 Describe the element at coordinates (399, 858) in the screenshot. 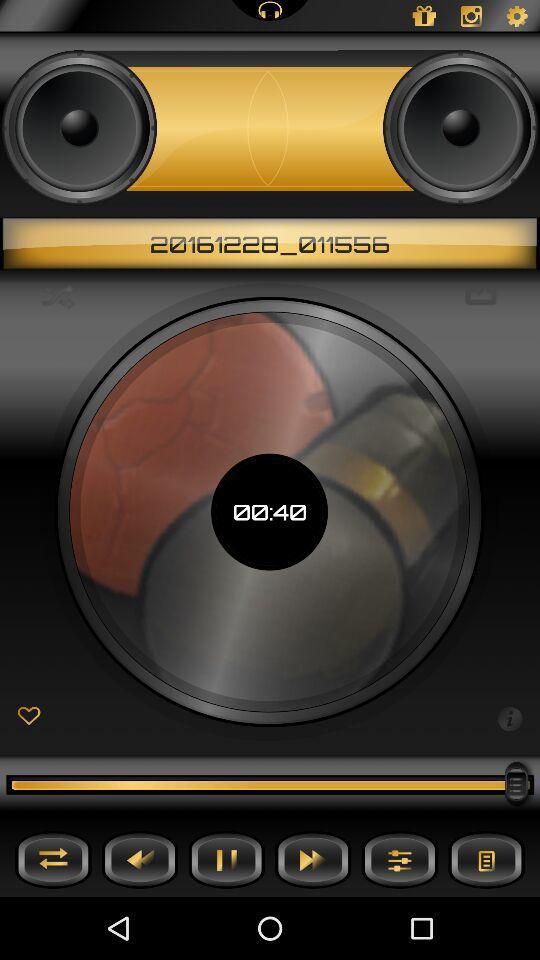

I see `options` at that location.